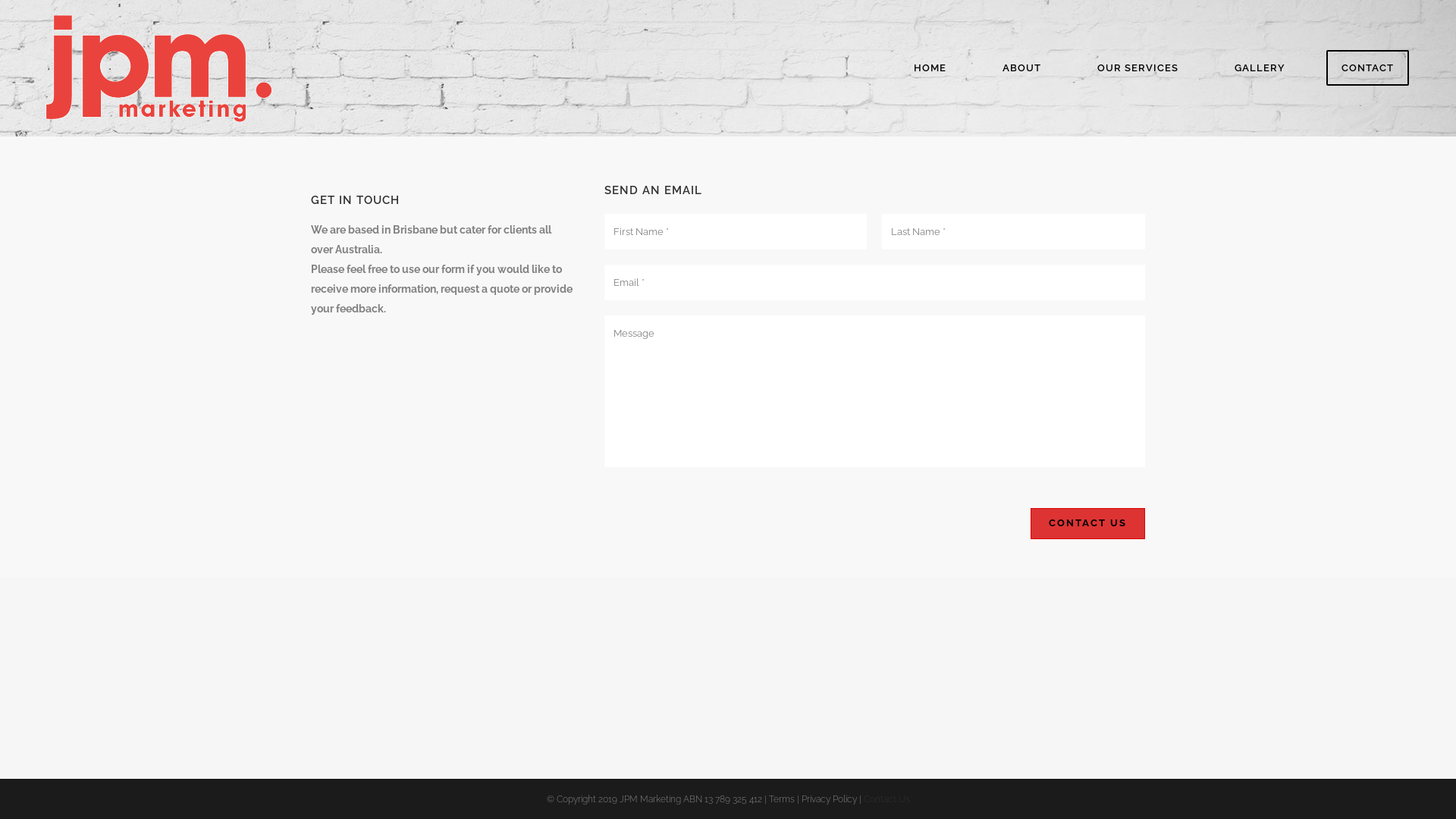 The width and height of the screenshot is (1456, 819). I want to click on 'Contact Us', so click(1087, 522).